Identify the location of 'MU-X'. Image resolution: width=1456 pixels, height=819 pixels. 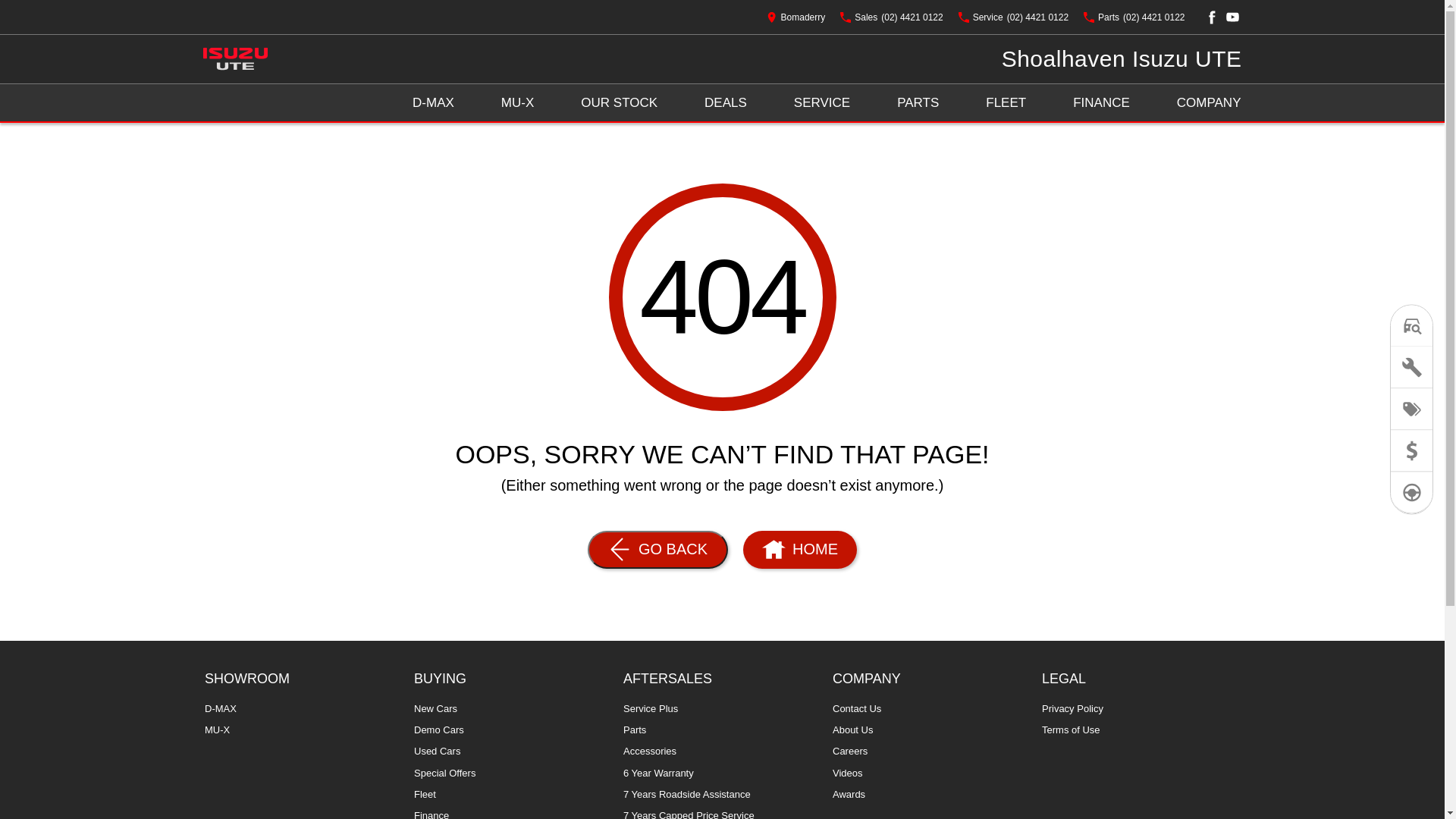
(203, 730).